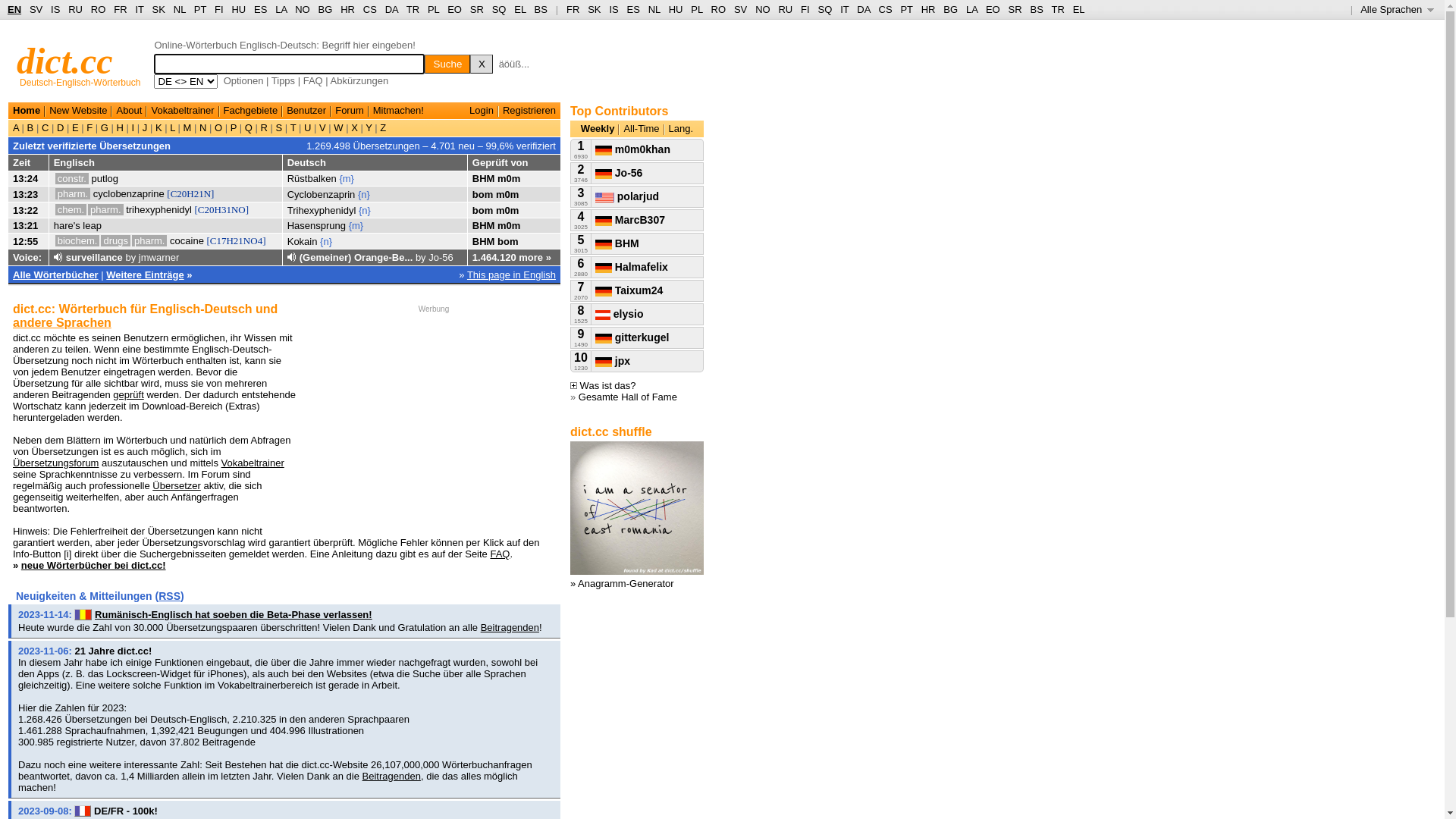 This screenshot has height=819, width=1456. I want to click on 'W', so click(337, 127).